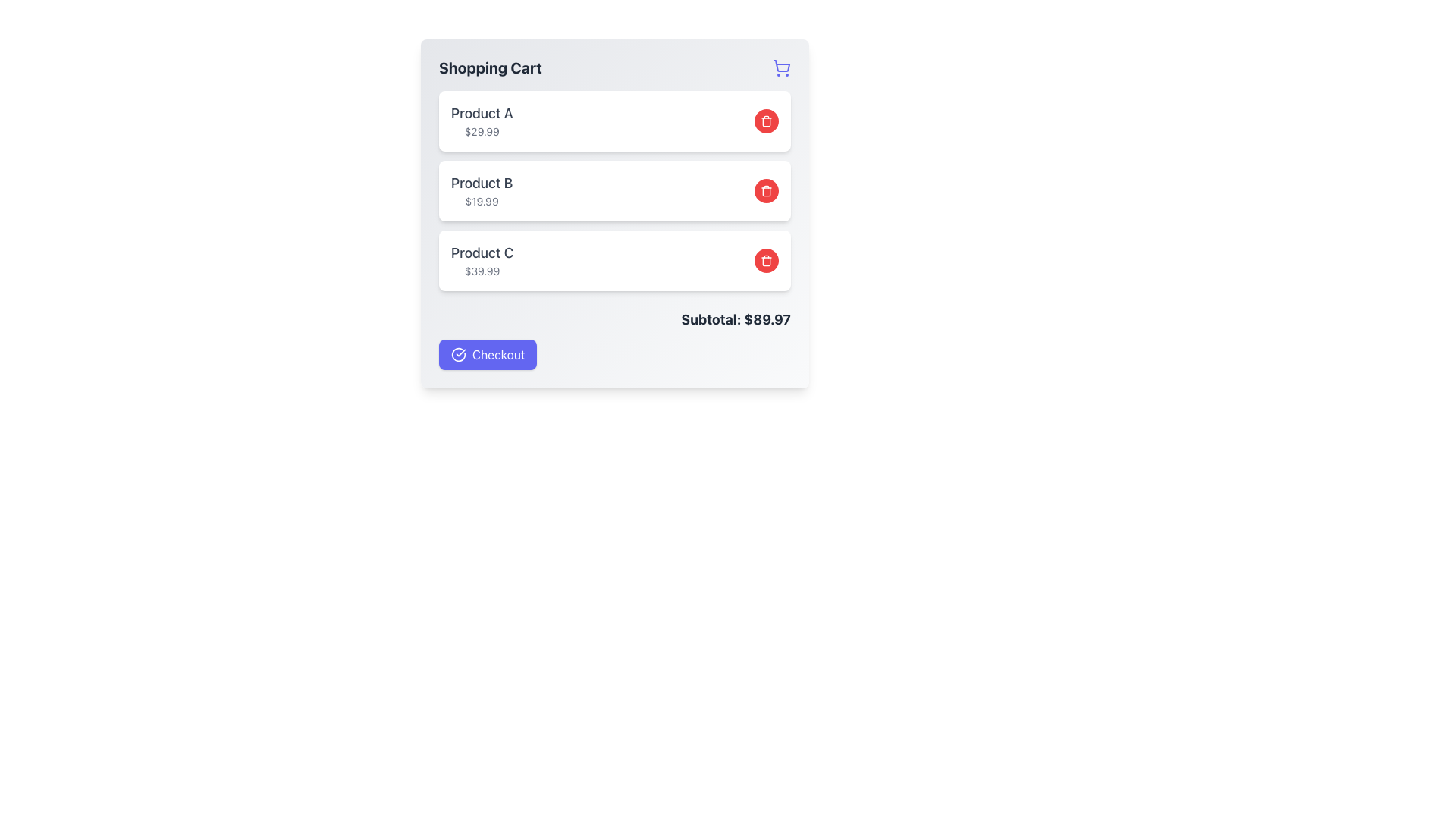  What do you see at coordinates (782, 67) in the screenshot?
I see `the shopping cart icon, which is an indigo vector icon with rounded corners located on the far right side of the header section of the 'Shopping Cart' area` at bounding box center [782, 67].